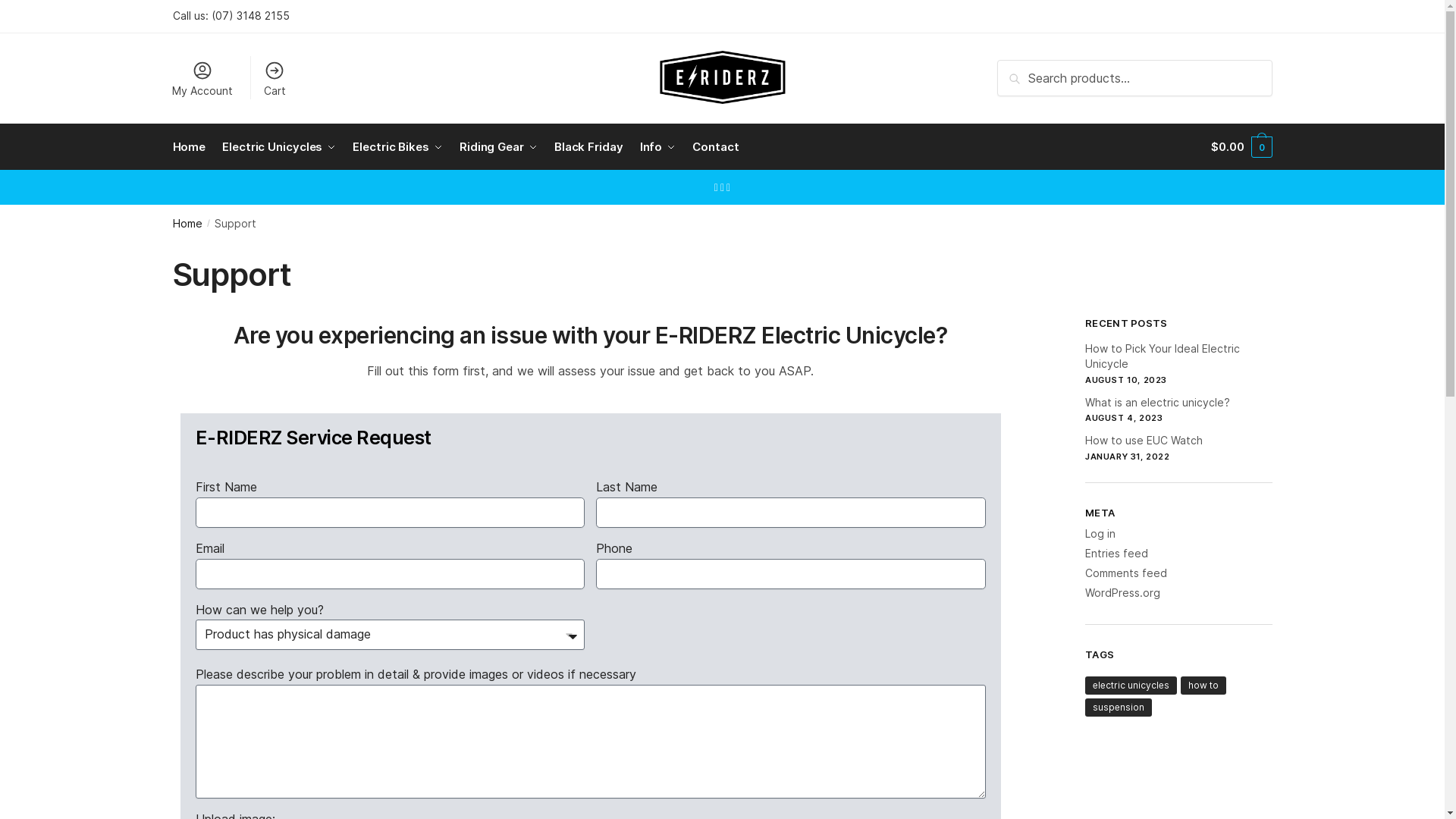 This screenshot has width=1456, height=819. What do you see at coordinates (215, 146) in the screenshot?
I see `'Electric Unicycles'` at bounding box center [215, 146].